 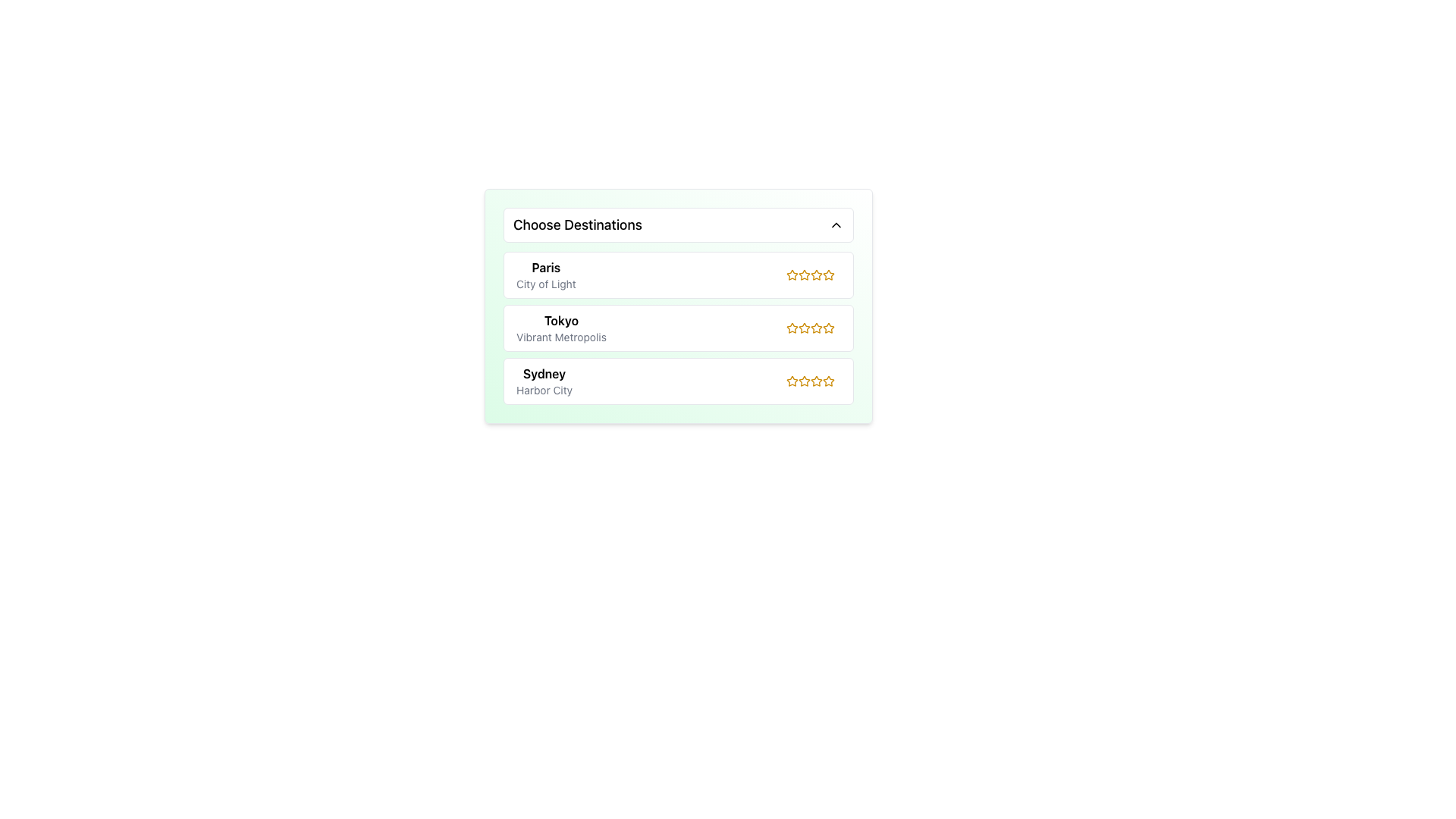 What do you see at coordinates (810, 275) in the screenshot?
I see `the fourth outlined golden-yellow star` at bounding box center [810, 275].